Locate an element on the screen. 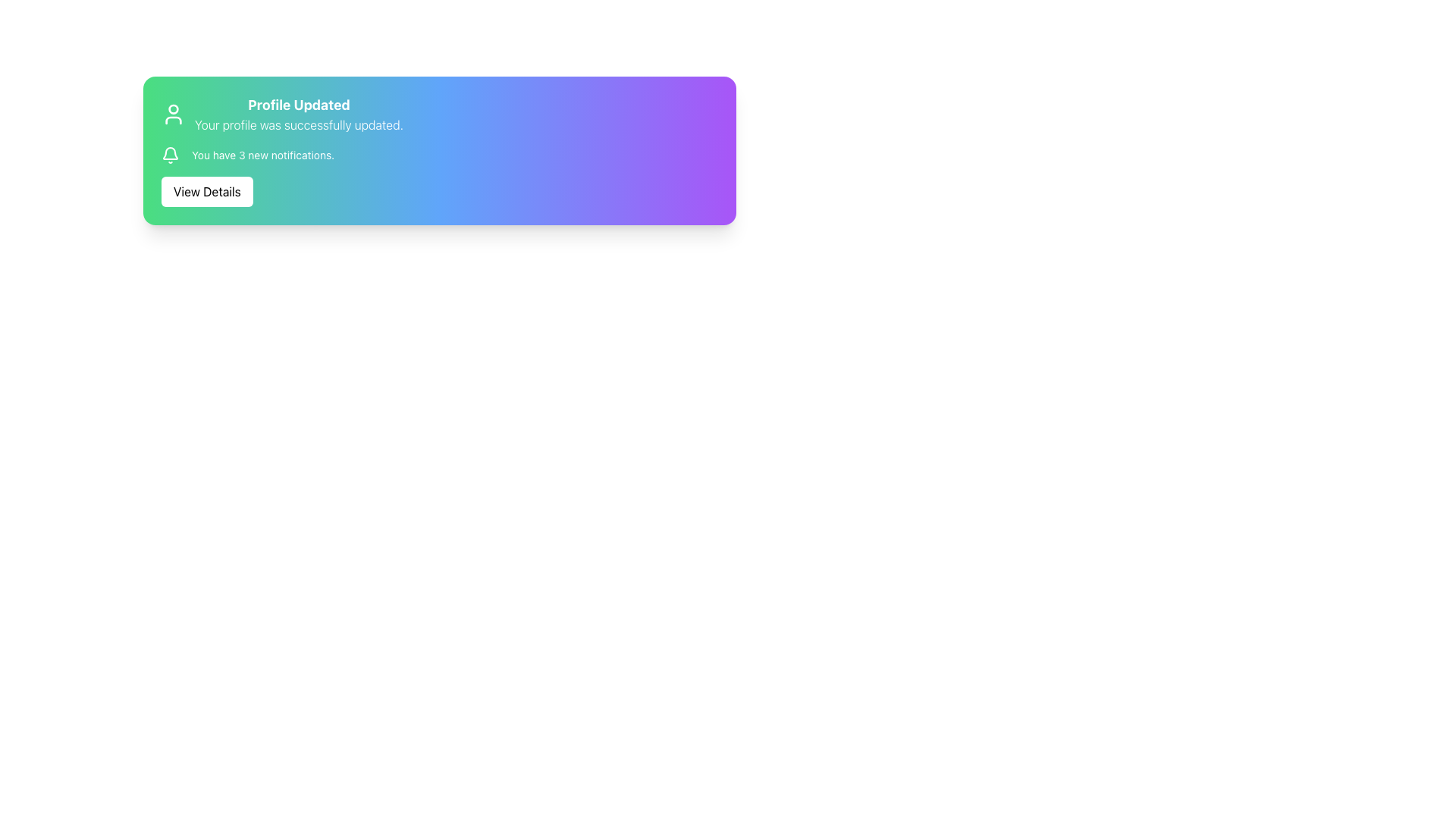 This screenshot has height=819, width=1456. the rectangular button labeled 'View Details' to observe the opacity change is located at coordinates (206, 191).